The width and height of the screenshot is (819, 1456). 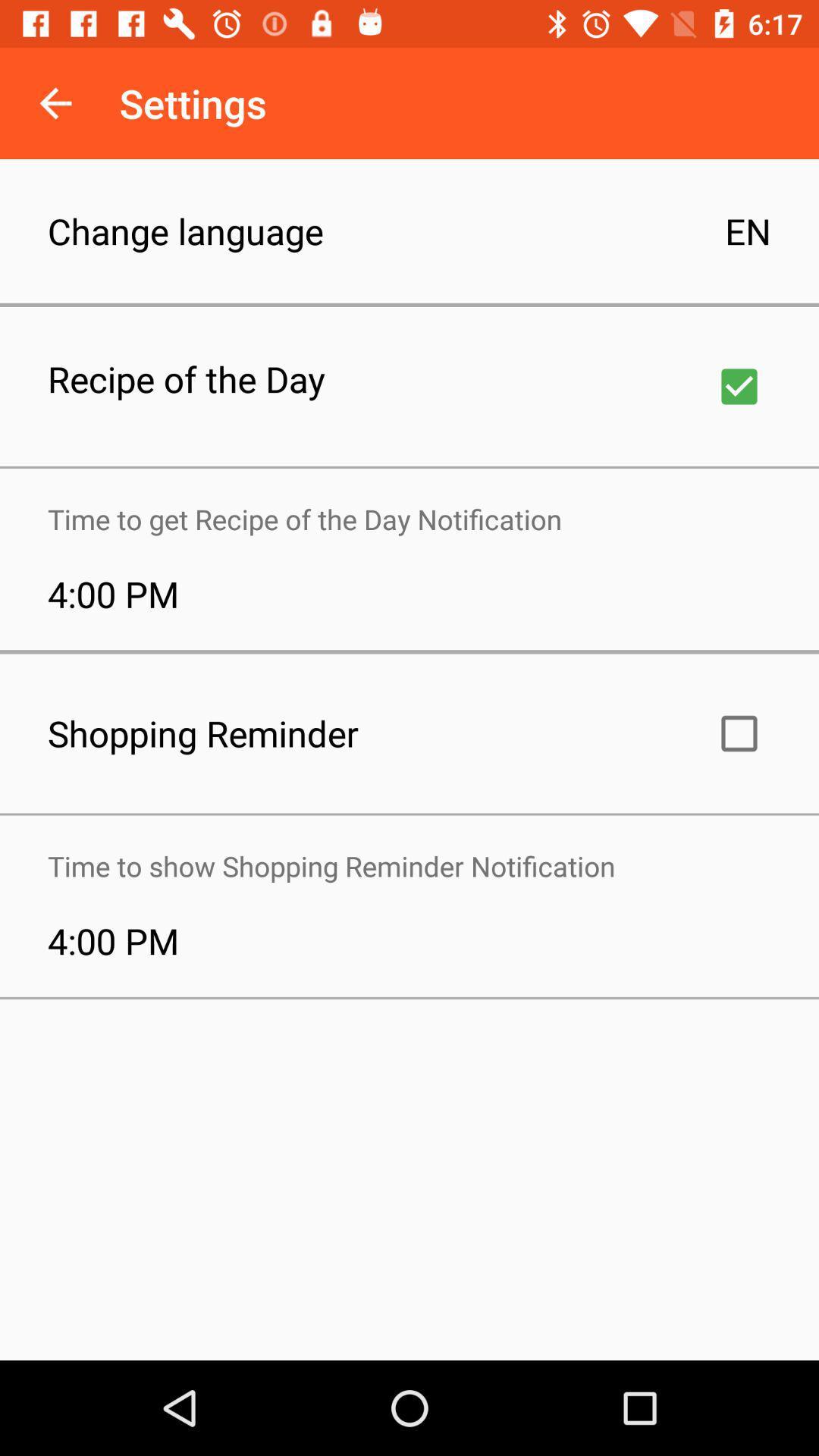 What do you see at coordinates (55, 102) in the screenshot?
I see `the icon next to the settings icon` at bounding box center [55, 102].